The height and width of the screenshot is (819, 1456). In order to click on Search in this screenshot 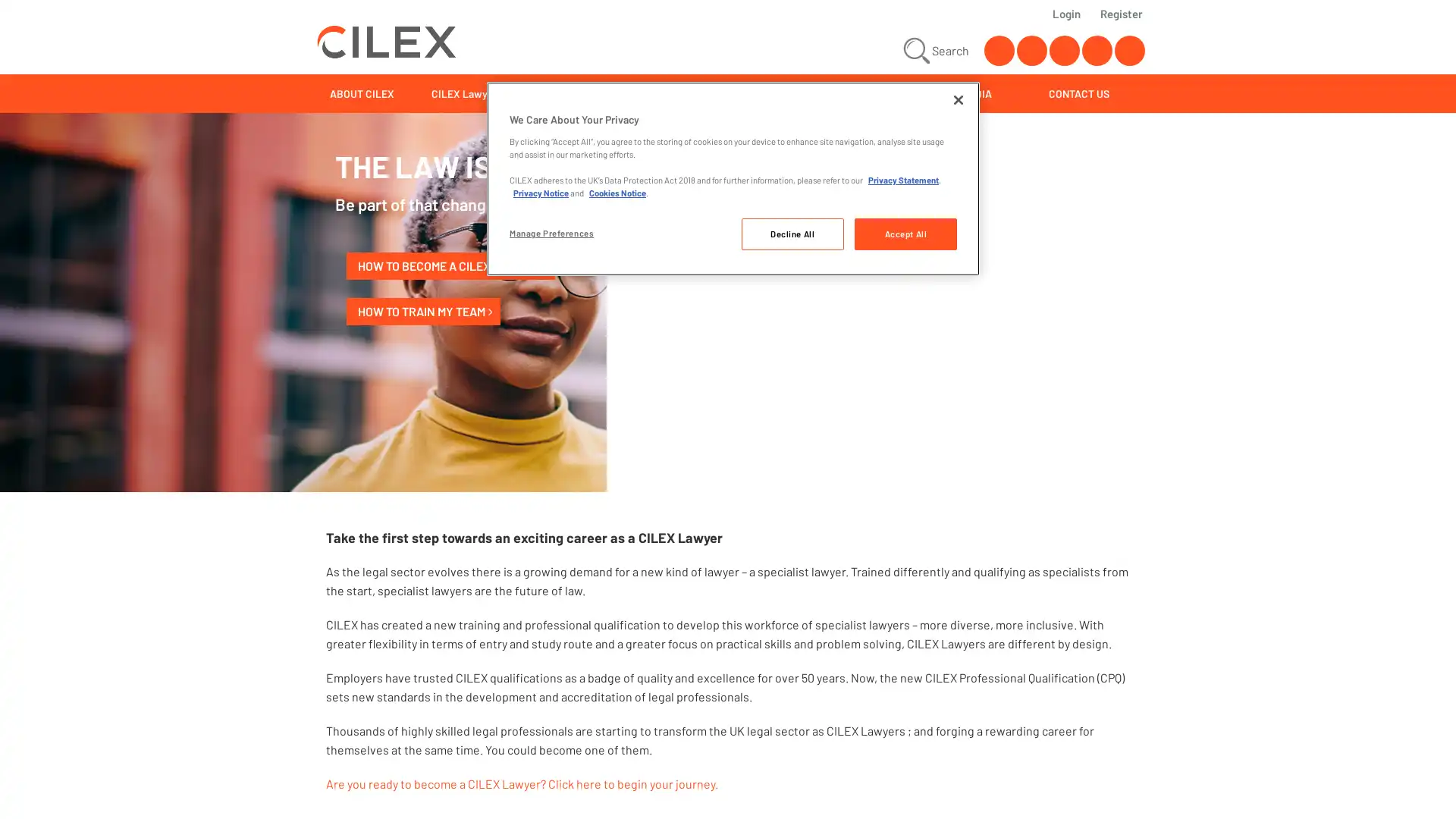, I will do `click(934, 49)`.